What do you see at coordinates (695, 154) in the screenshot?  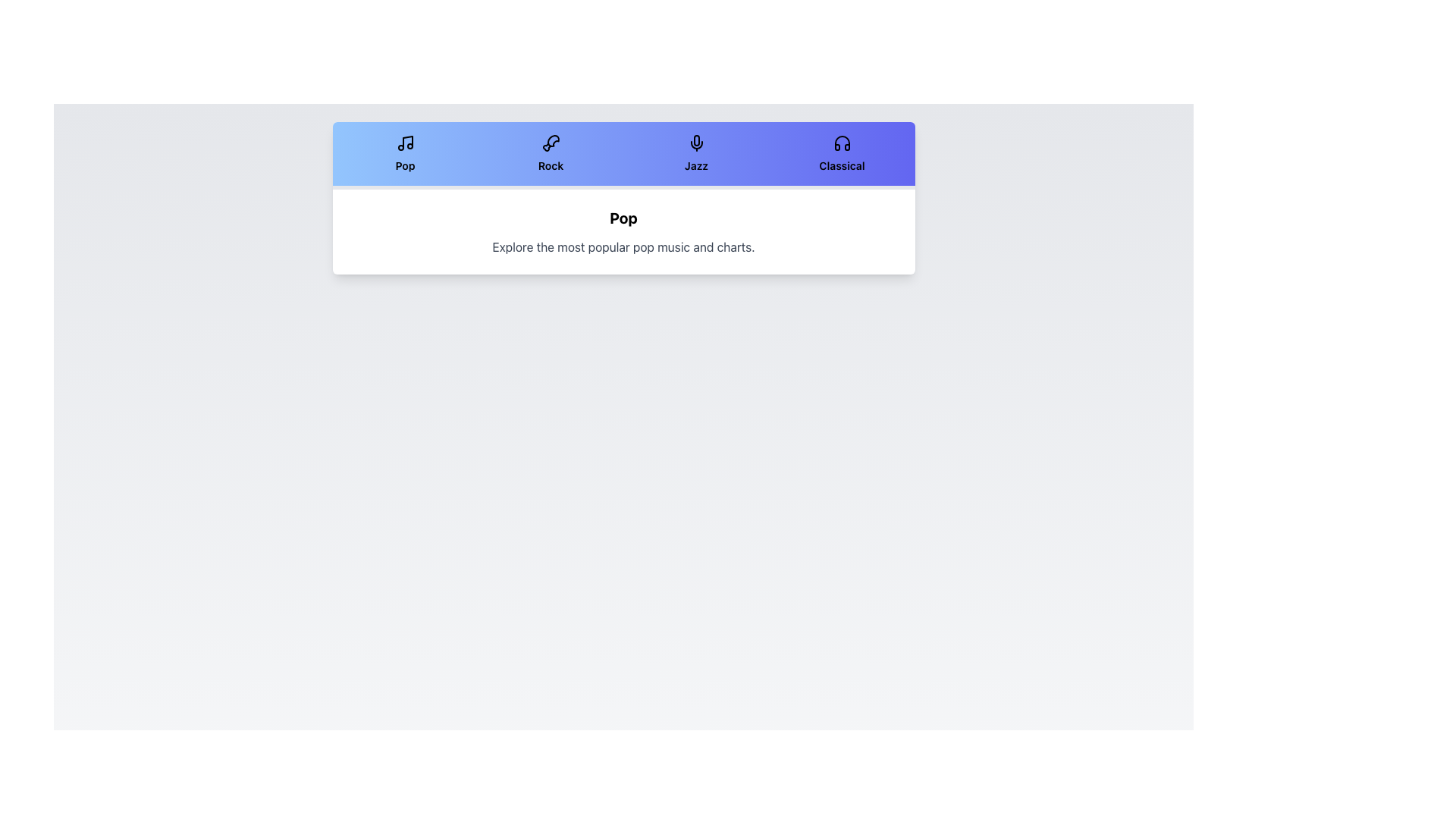 I see `the 'Jazz' tab button, which is the third tab in a series of four, positioned between 'Rock' and 'Classical'` at bounding box center [695, 154].